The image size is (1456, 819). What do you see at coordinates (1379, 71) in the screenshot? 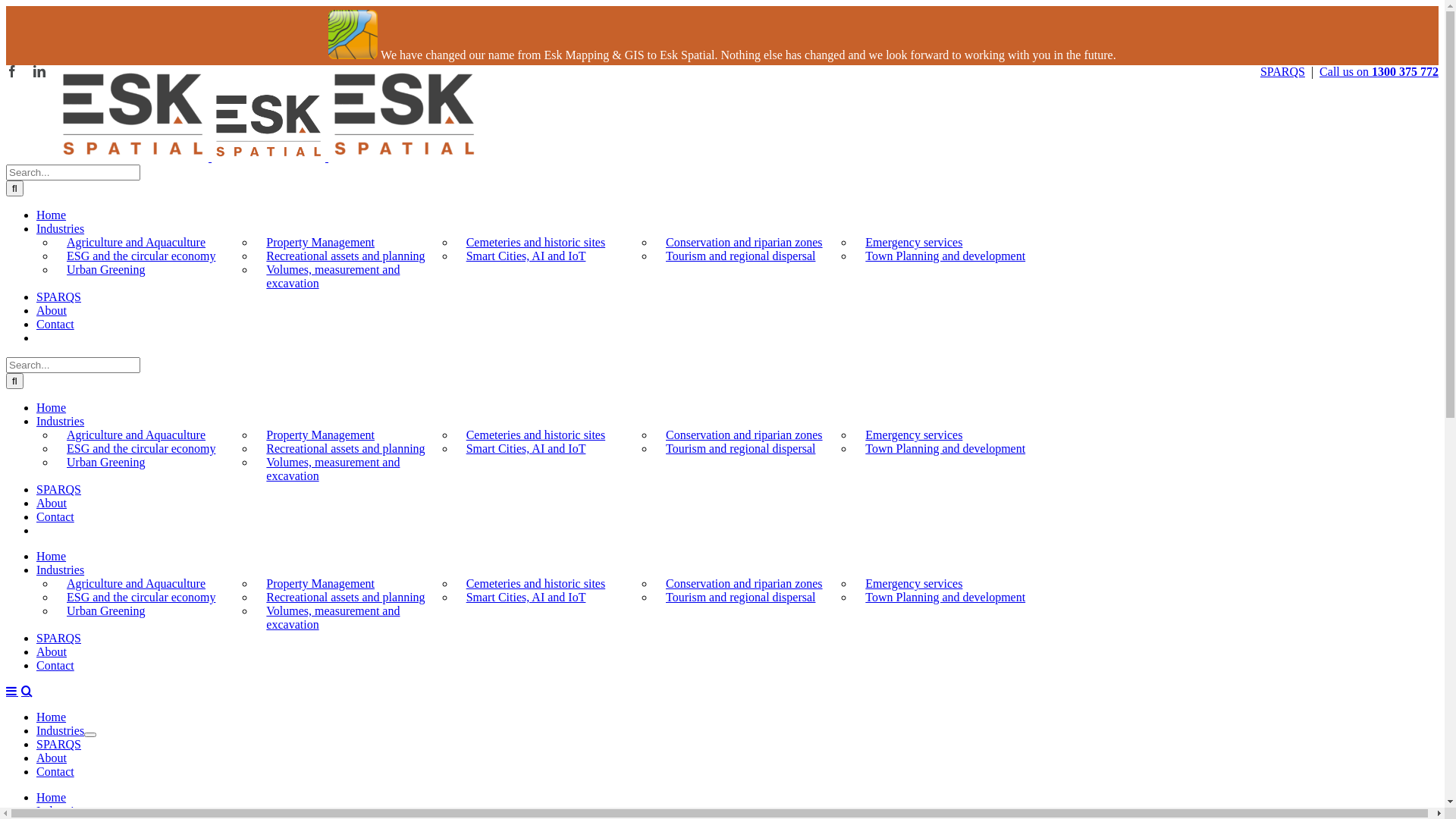
I see `'Call us on 1300 375 772'` at bounding box center [1379, 71].